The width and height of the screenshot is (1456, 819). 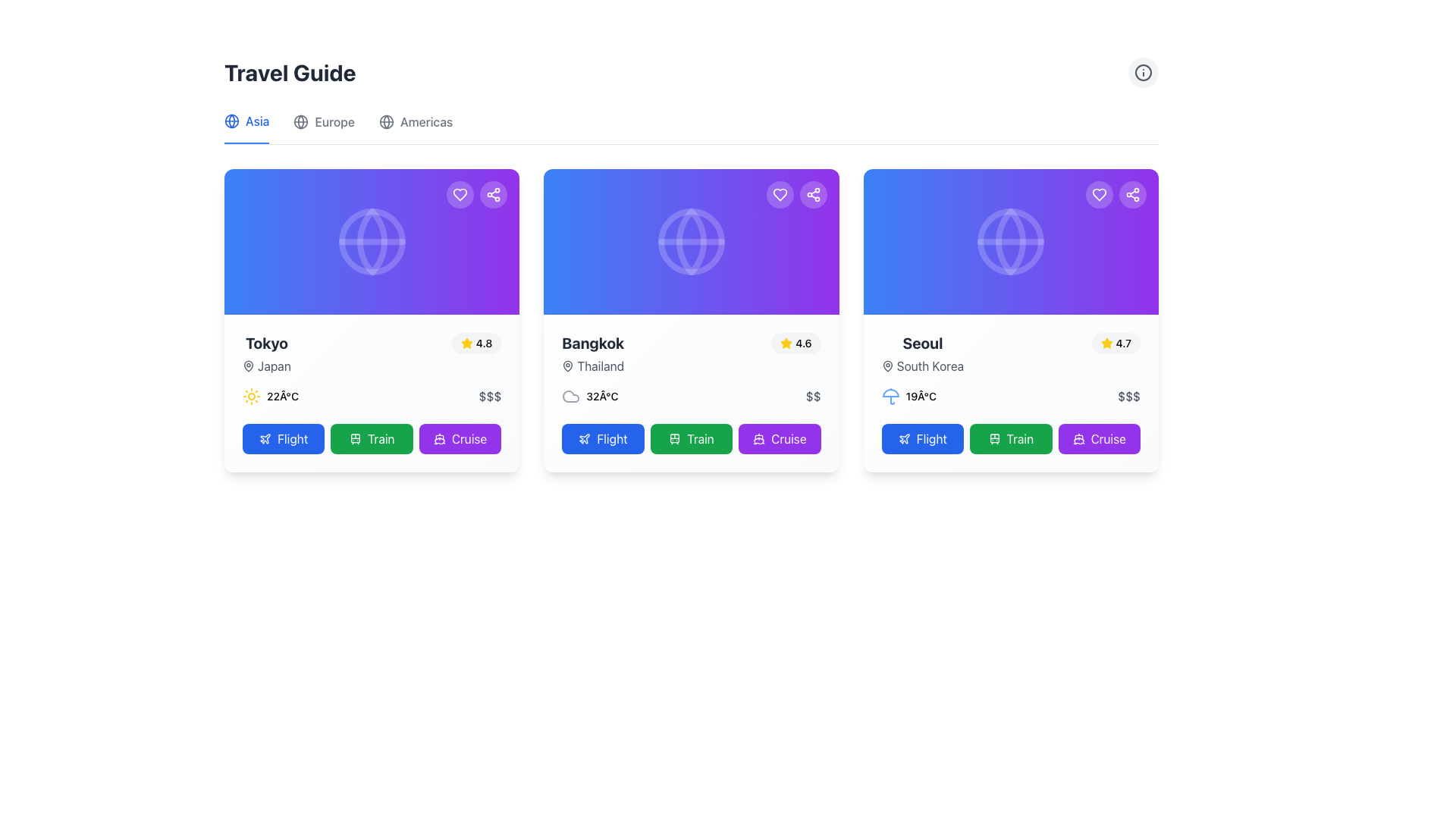 I want to click on the leftmost blue button labeled 'Flight' with a white airplane icon, located at the bottom of the 'Seoul' card, so click(x=921, y=438).